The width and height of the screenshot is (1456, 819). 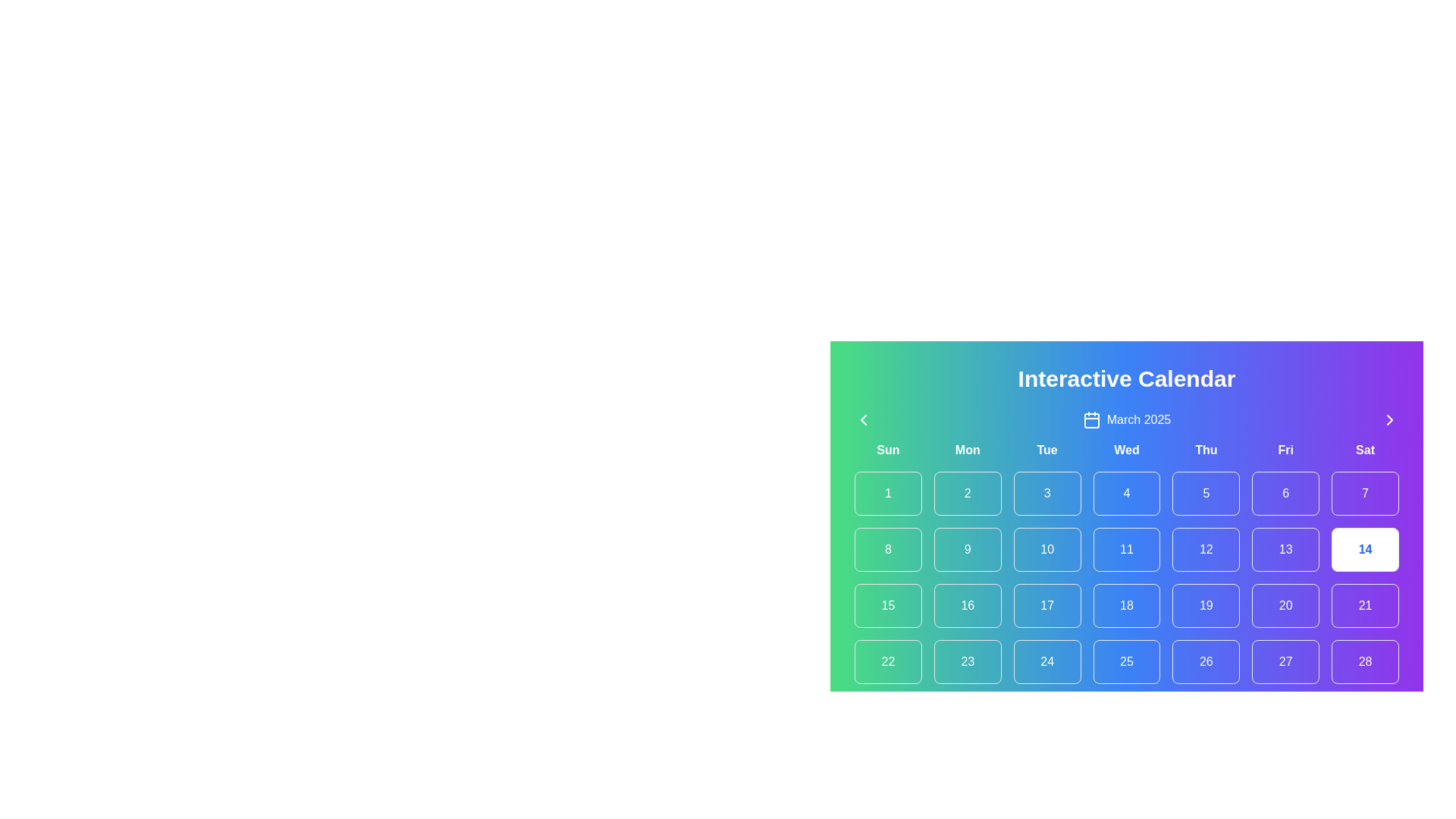 What do you see at coordinates (1127, 550) in the screenshot?
I see `the rectangular button with rounded edges containing the text '11'` at bounding box center [1127, 550].